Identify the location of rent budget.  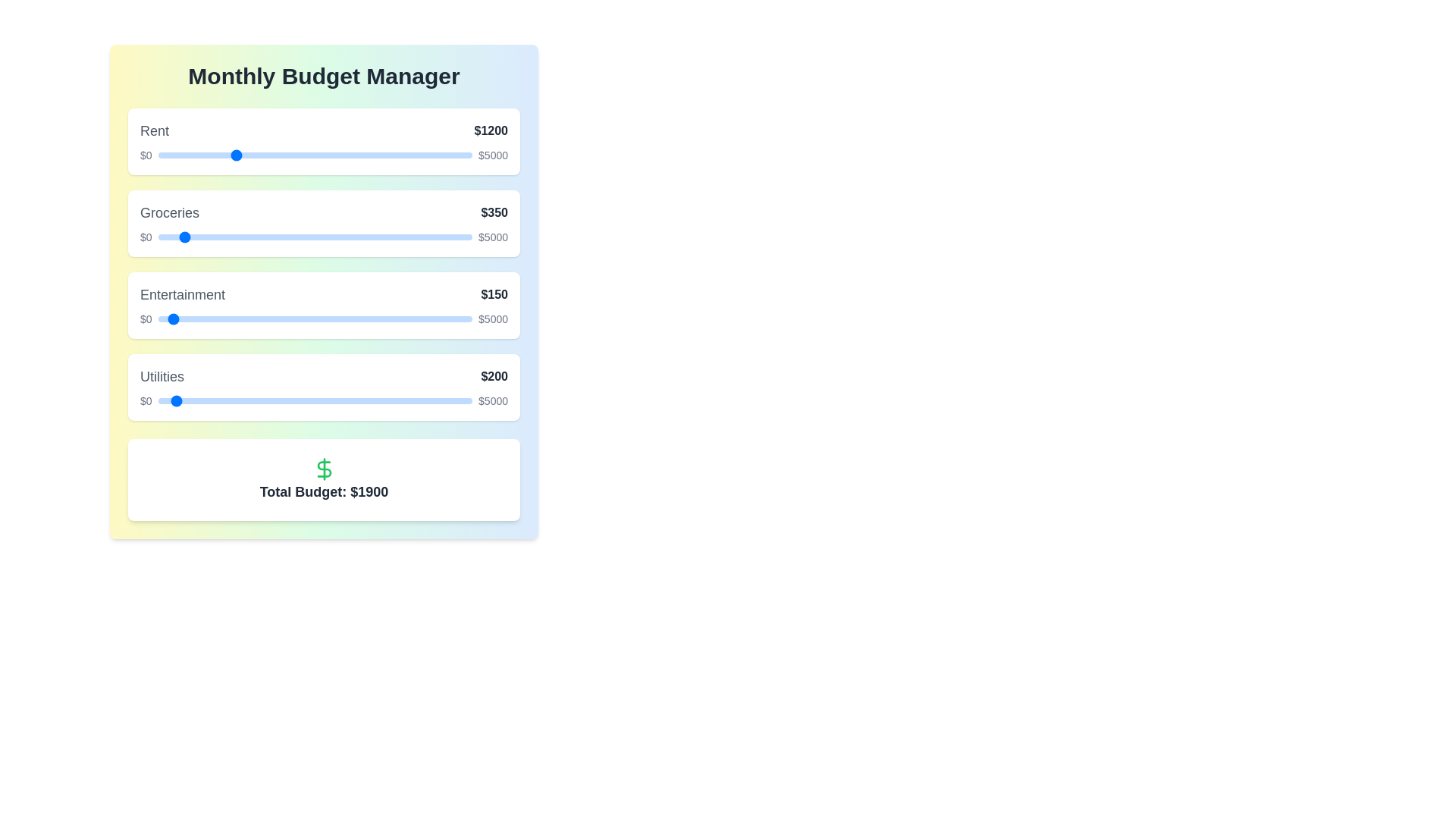
(167, 155).